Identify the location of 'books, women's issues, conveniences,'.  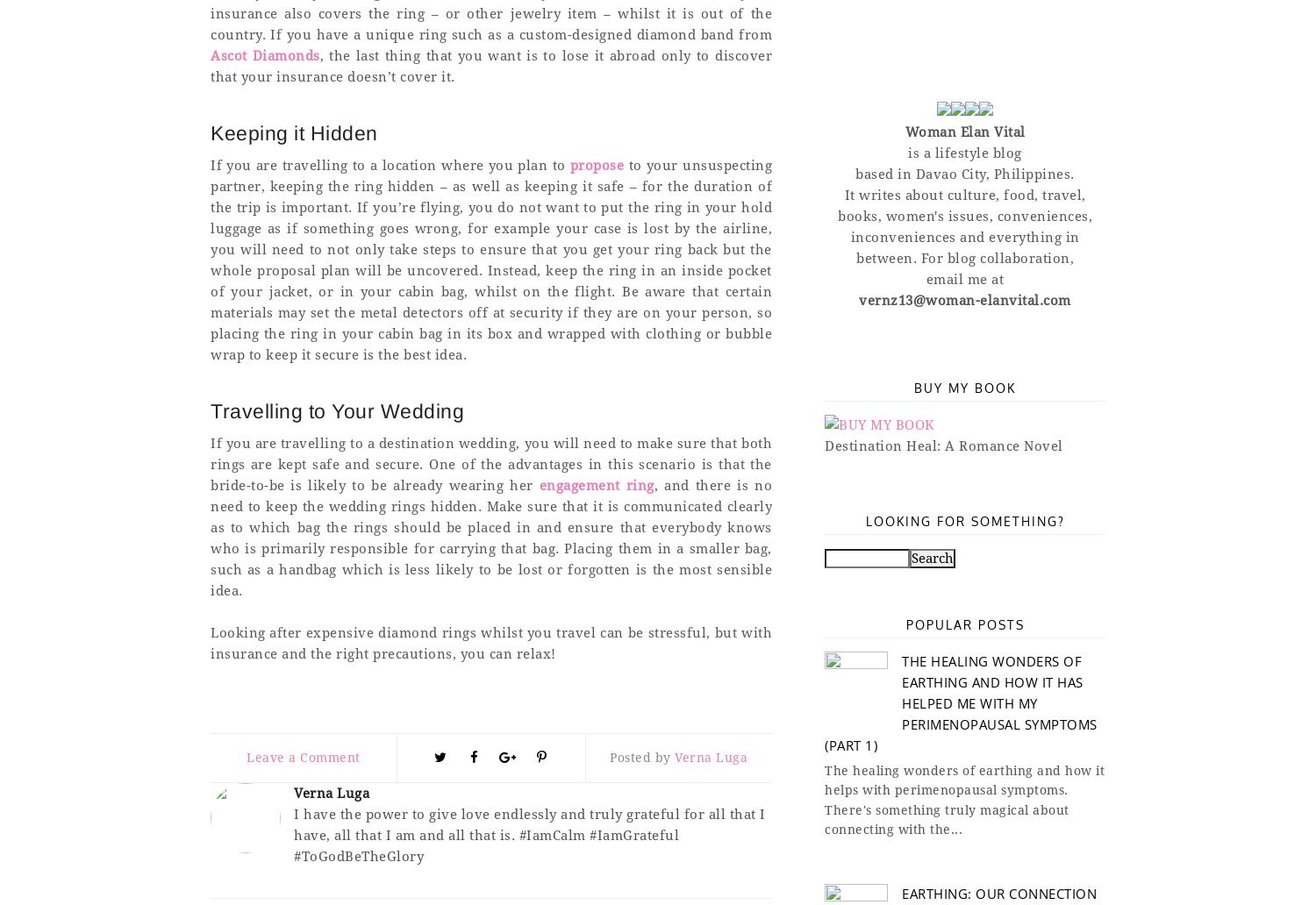
(963, 215).